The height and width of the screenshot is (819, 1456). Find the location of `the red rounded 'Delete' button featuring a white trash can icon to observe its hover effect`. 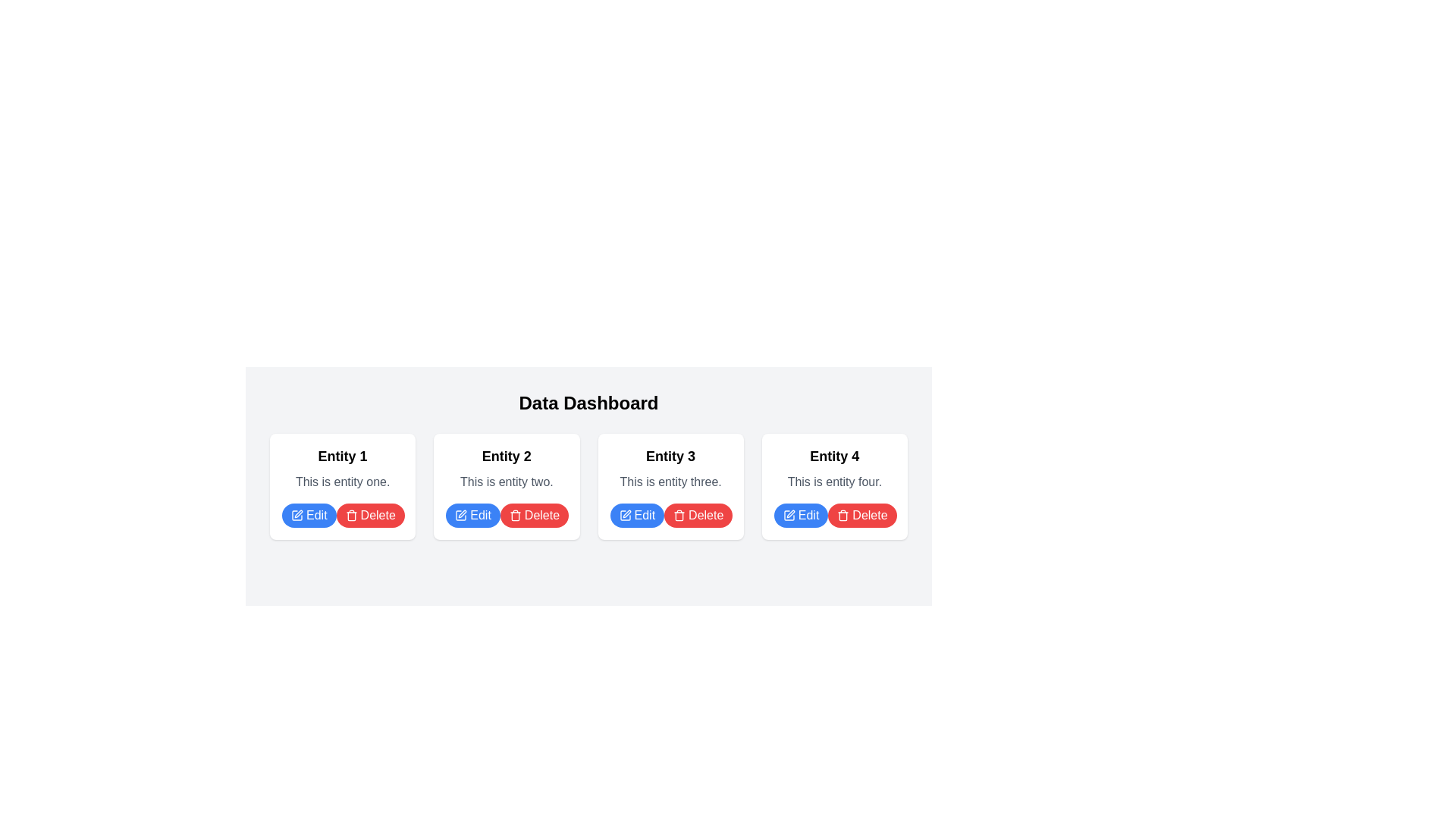

the red rounded 'Delete' button featuring a white trash can icon to observe its hover effect is located at coordinates (370, 514).